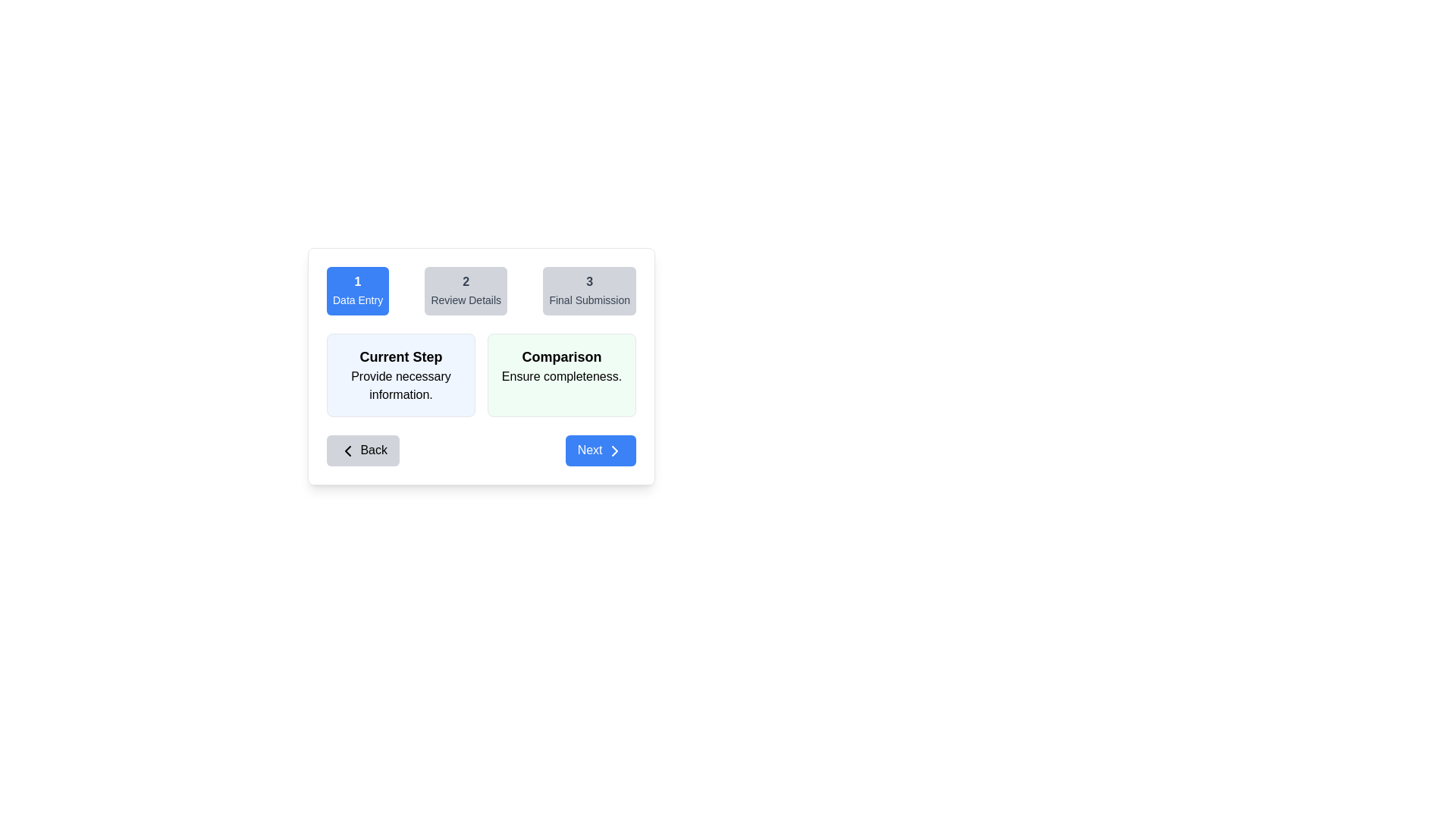 This screenshot has height=819, width=1456. What do you see at coordinates (615, 450) in the screenshot?
I see `the right-facing chevron icon located at the center of the 'Next' button in the bottom-right corner of the interface` at bounding box center [615, 450].